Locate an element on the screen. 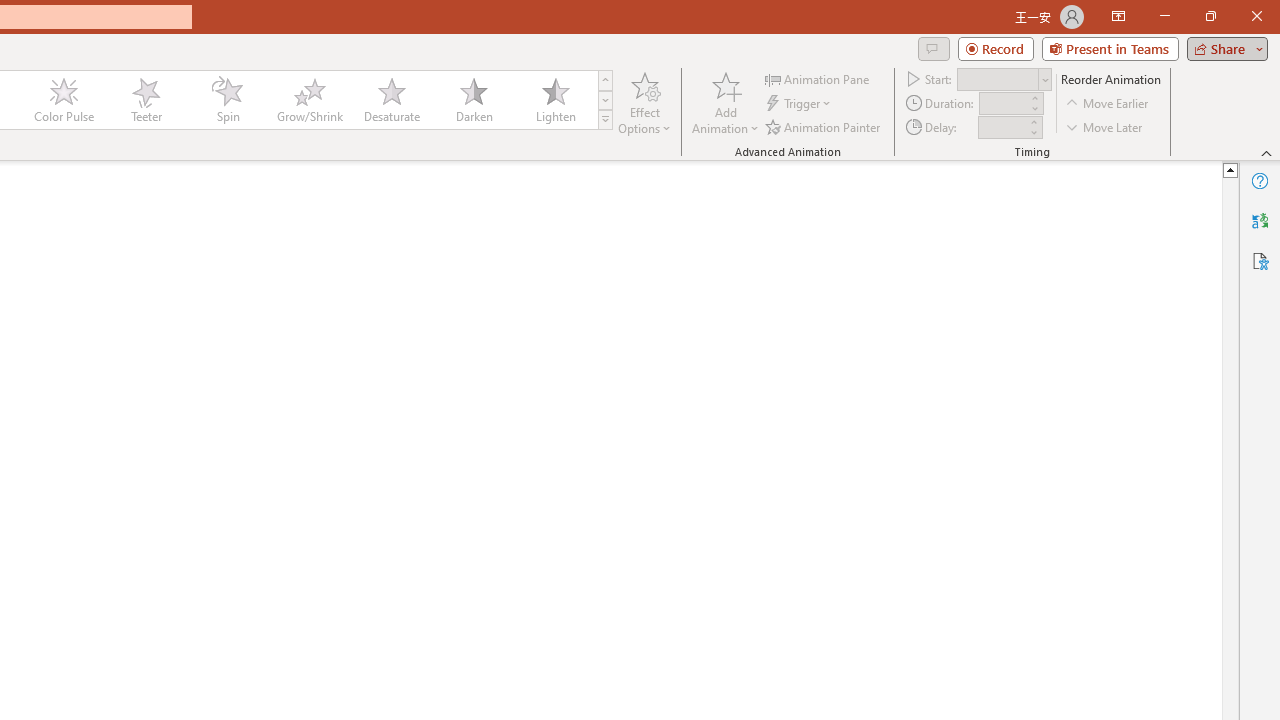 The width and height of the screenshot is (1280, 720). 'Animation Delay' is located at coordinates (1002, 127).